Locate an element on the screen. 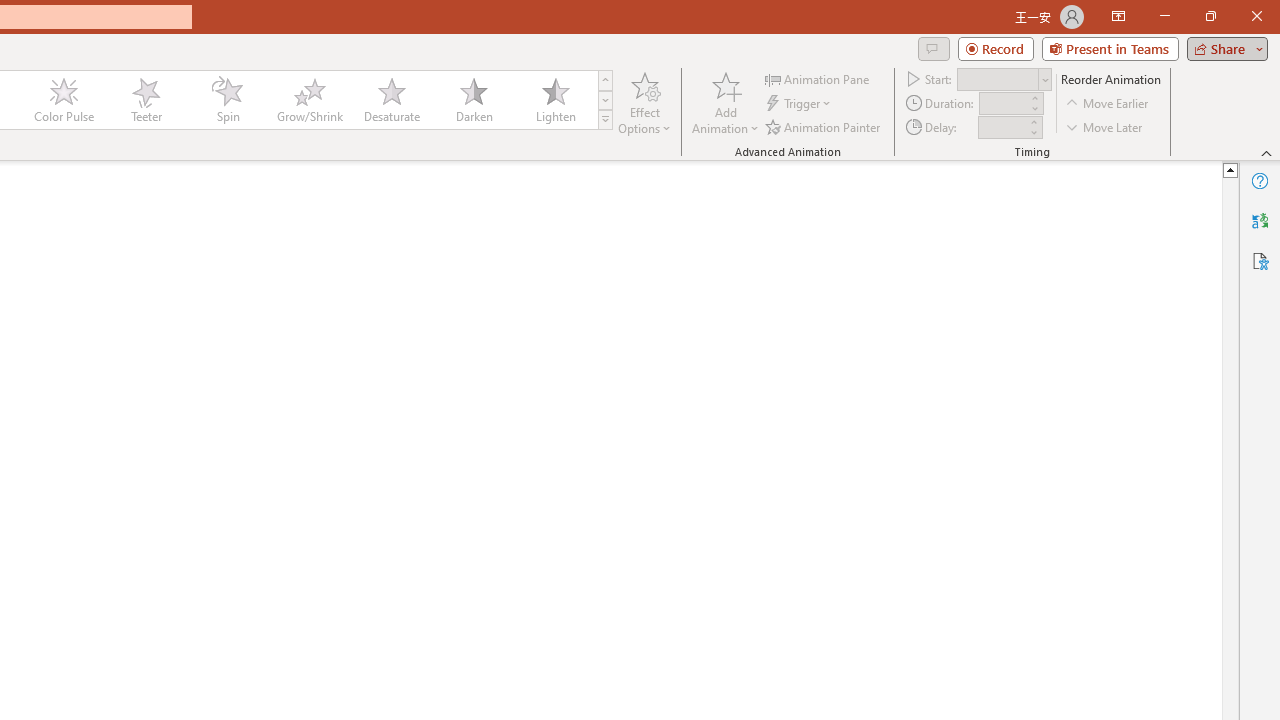 The width and height of the screenshot is (1280, 720). 'Animation Delay' is located at coordinates (1002, 127).